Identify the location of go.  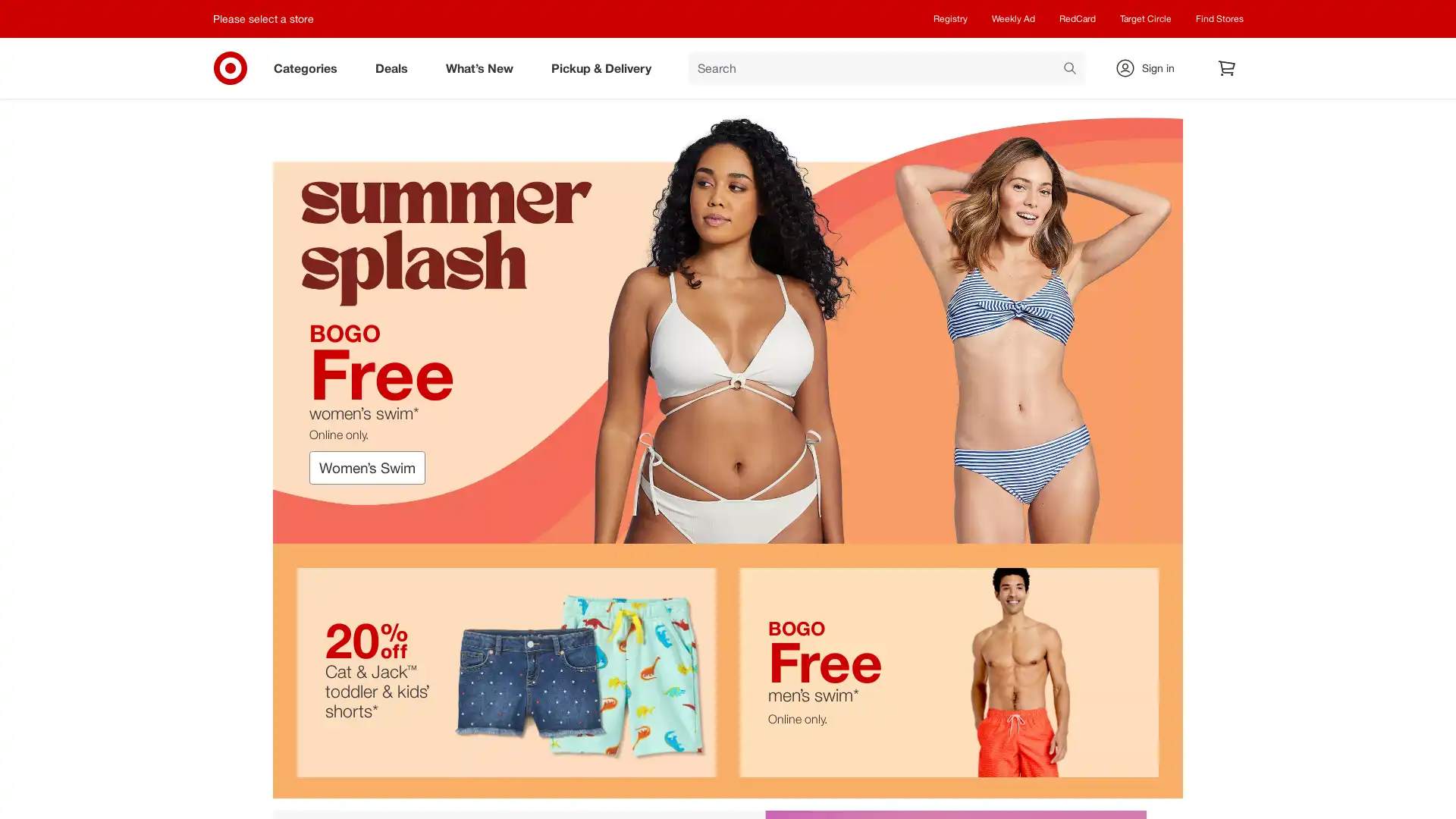
(1069, 70).